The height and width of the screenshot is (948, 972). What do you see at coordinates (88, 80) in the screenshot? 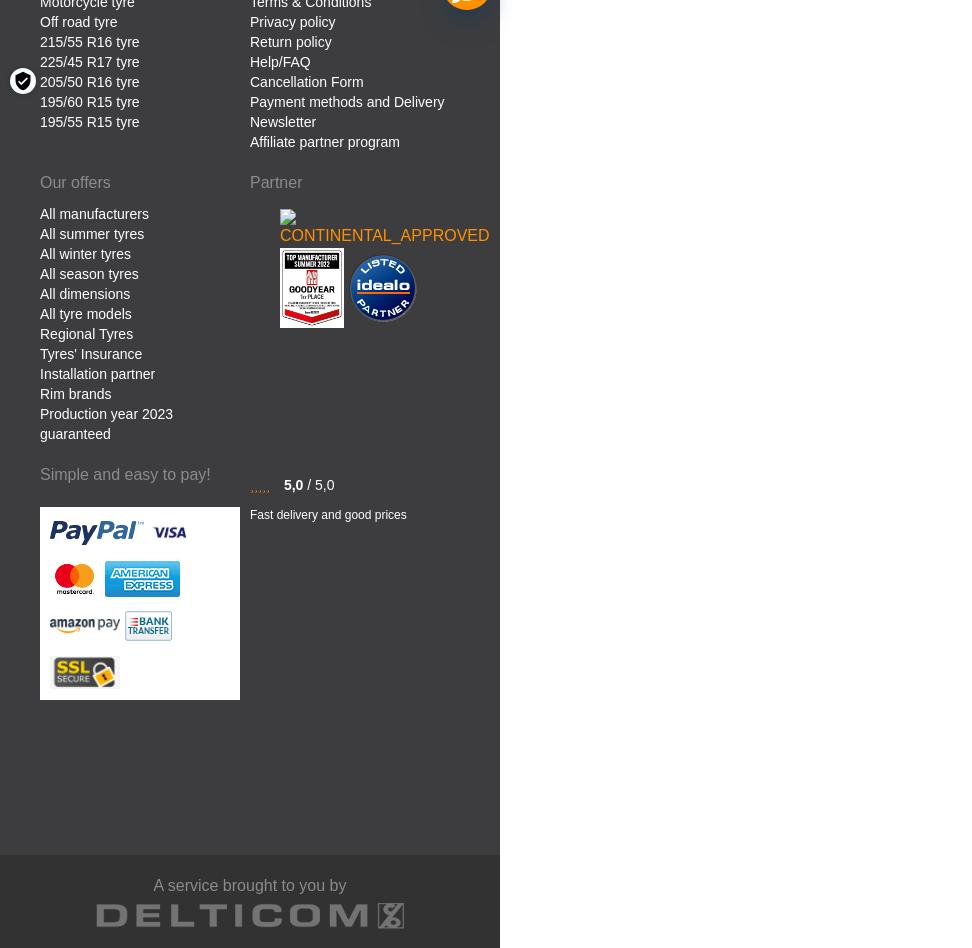
I see `'205/50 R16 tyre'` at bounding box center [88, 80].